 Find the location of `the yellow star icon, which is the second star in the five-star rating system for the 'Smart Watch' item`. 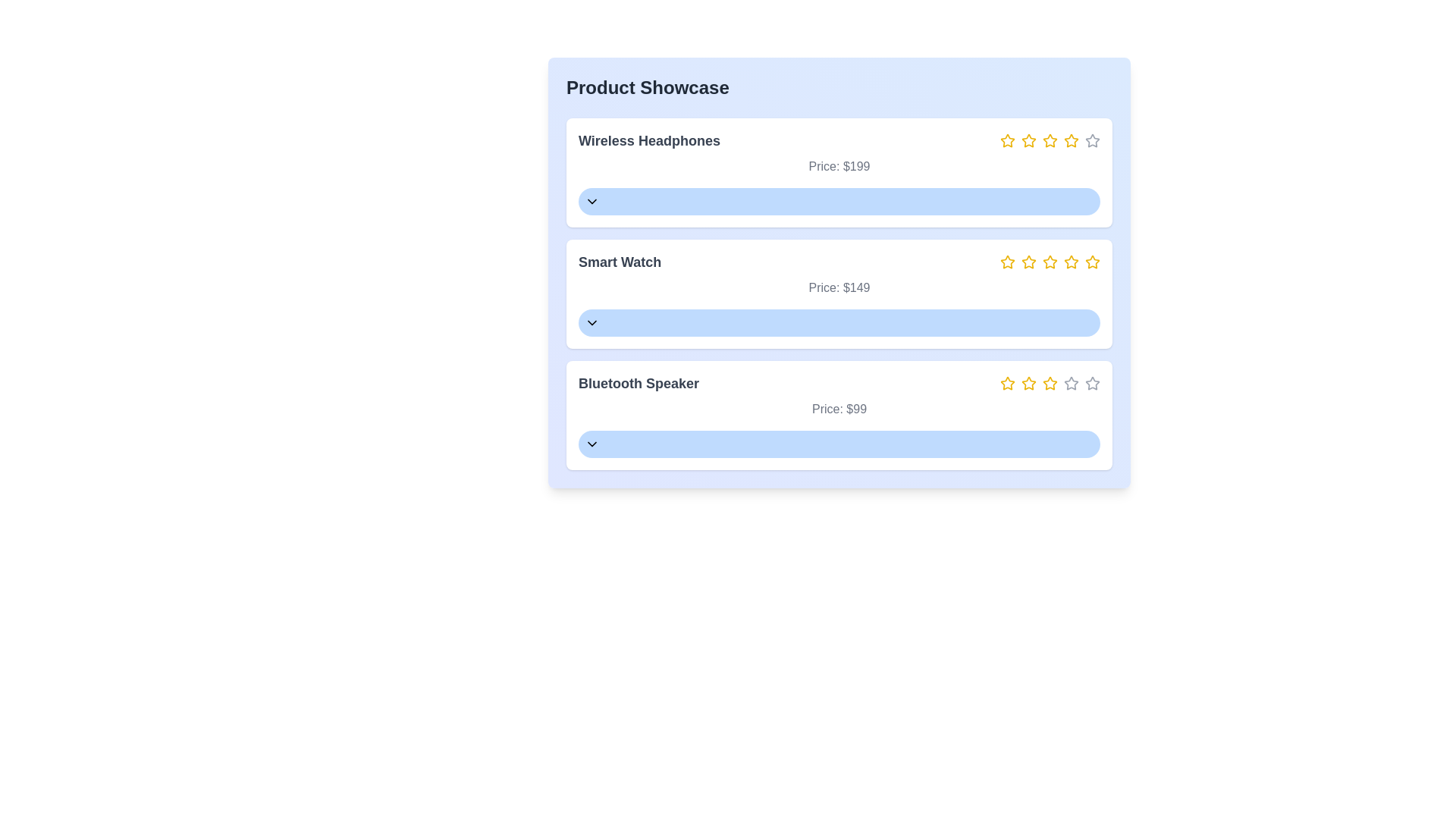

the yellow star icon, which is the second star in the five-star rating system for the 'Smart Watch' item is located at coordinates (1008, 262).